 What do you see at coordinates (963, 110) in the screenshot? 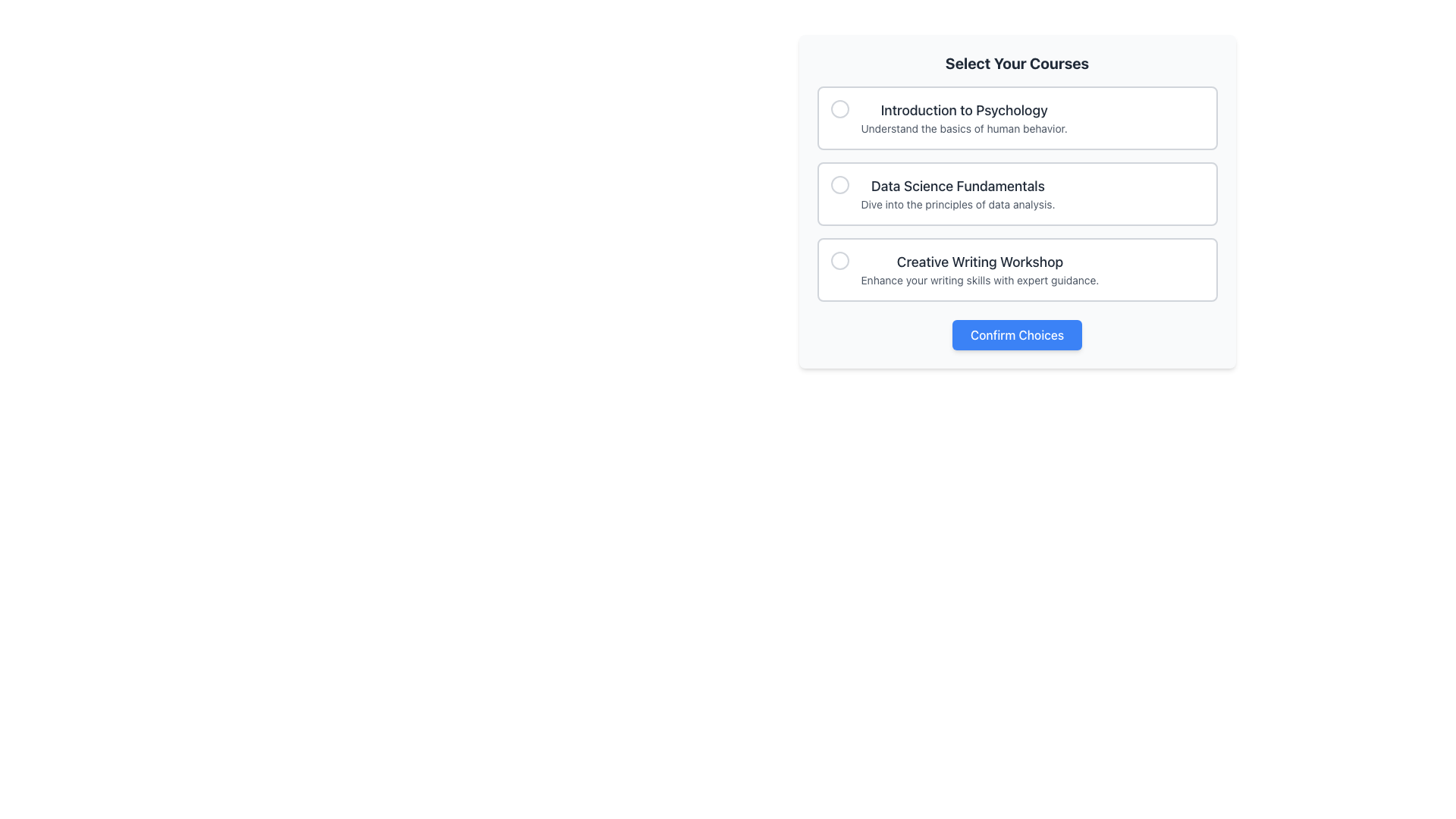
I see `the text label that serves as the title for the first course option in the list of courses, located within the central column under 'Select Your Courses'` at bounding box center [963, 110].